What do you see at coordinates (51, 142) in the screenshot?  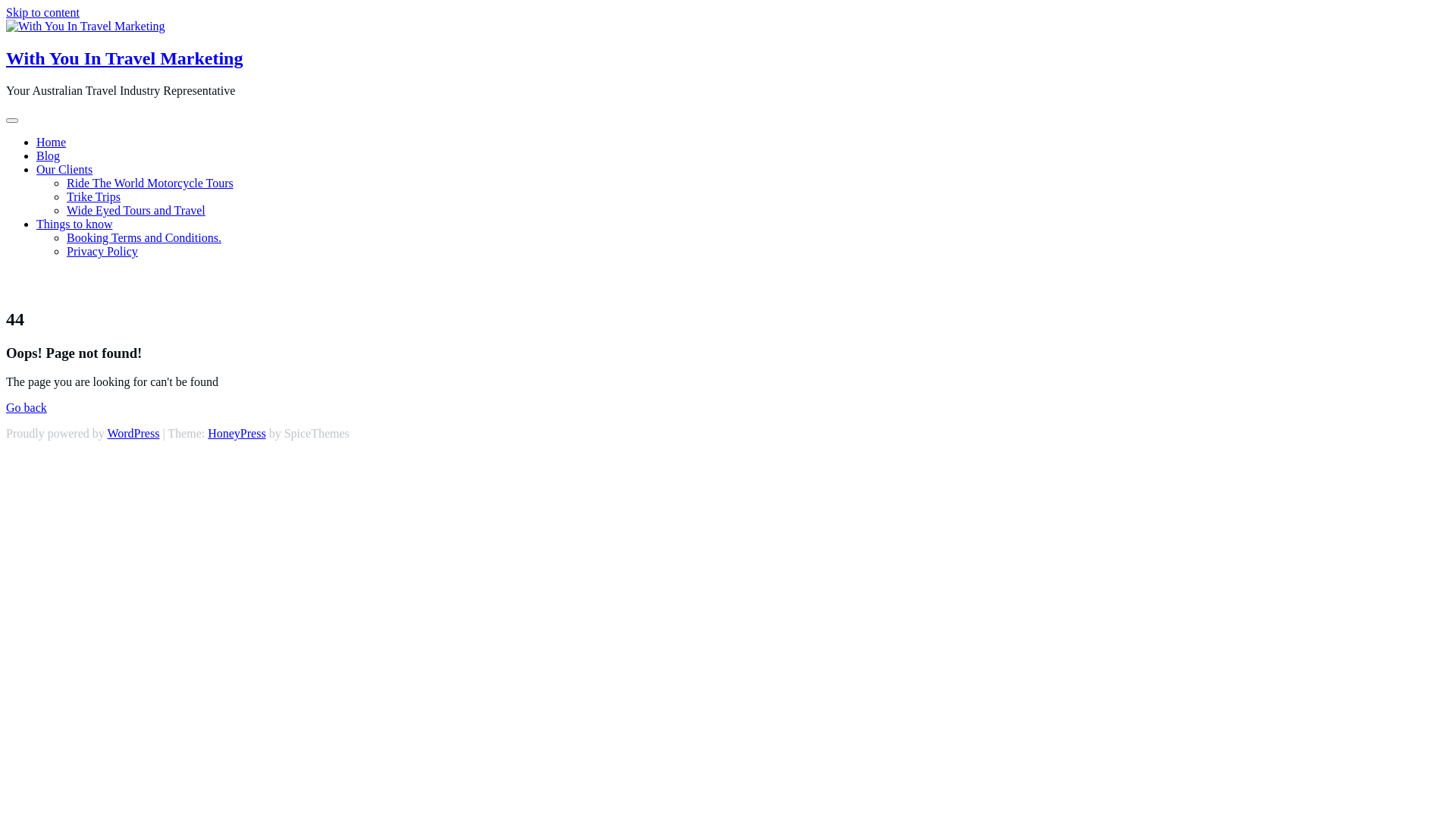 I see `'Home'` at bounding box center [51, 142].